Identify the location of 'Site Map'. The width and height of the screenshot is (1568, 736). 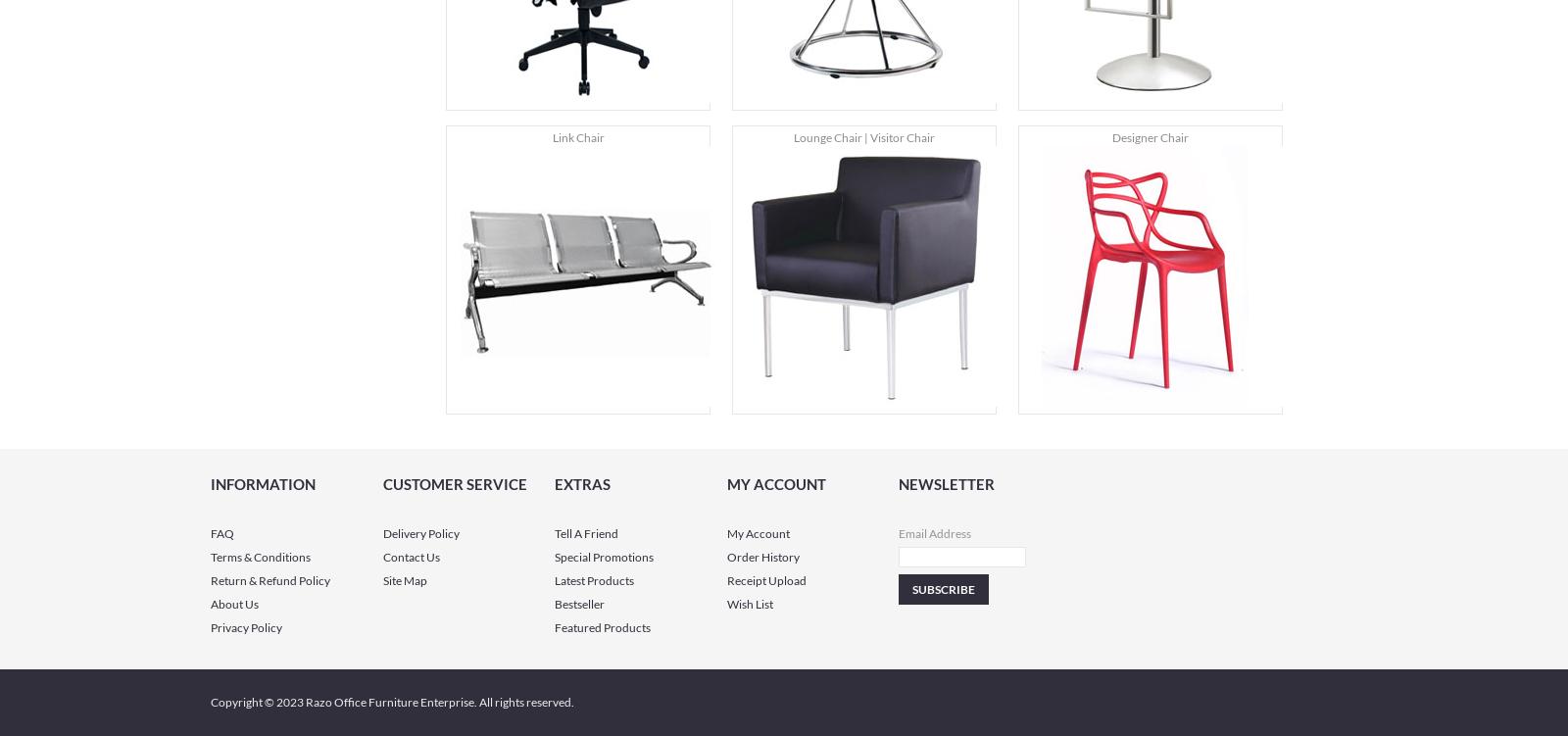
(403, 579).